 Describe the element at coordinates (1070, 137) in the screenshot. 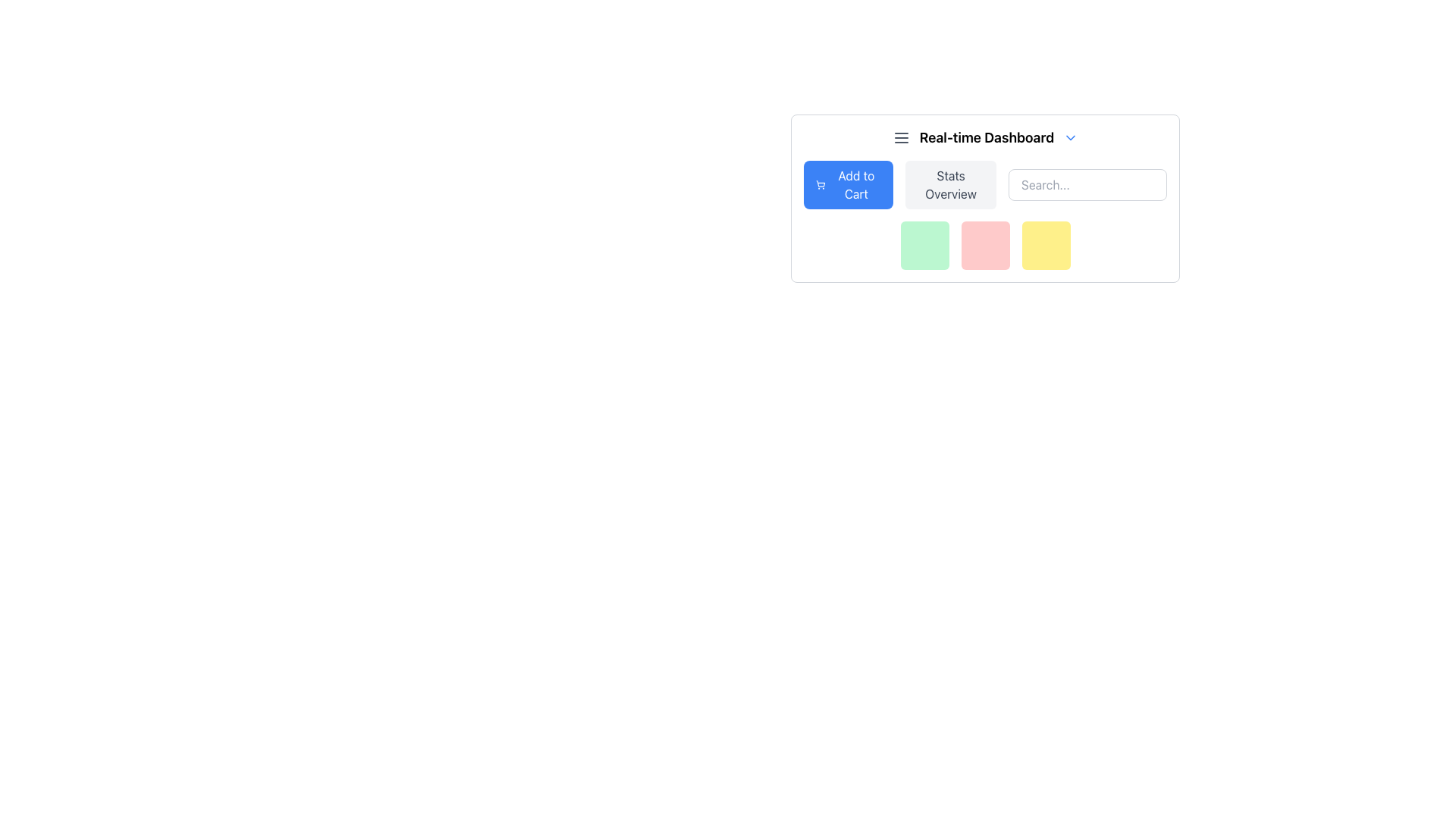

I see `the icon located to the right of the bold text labeled 'Real-time Dashboard'` at that location.